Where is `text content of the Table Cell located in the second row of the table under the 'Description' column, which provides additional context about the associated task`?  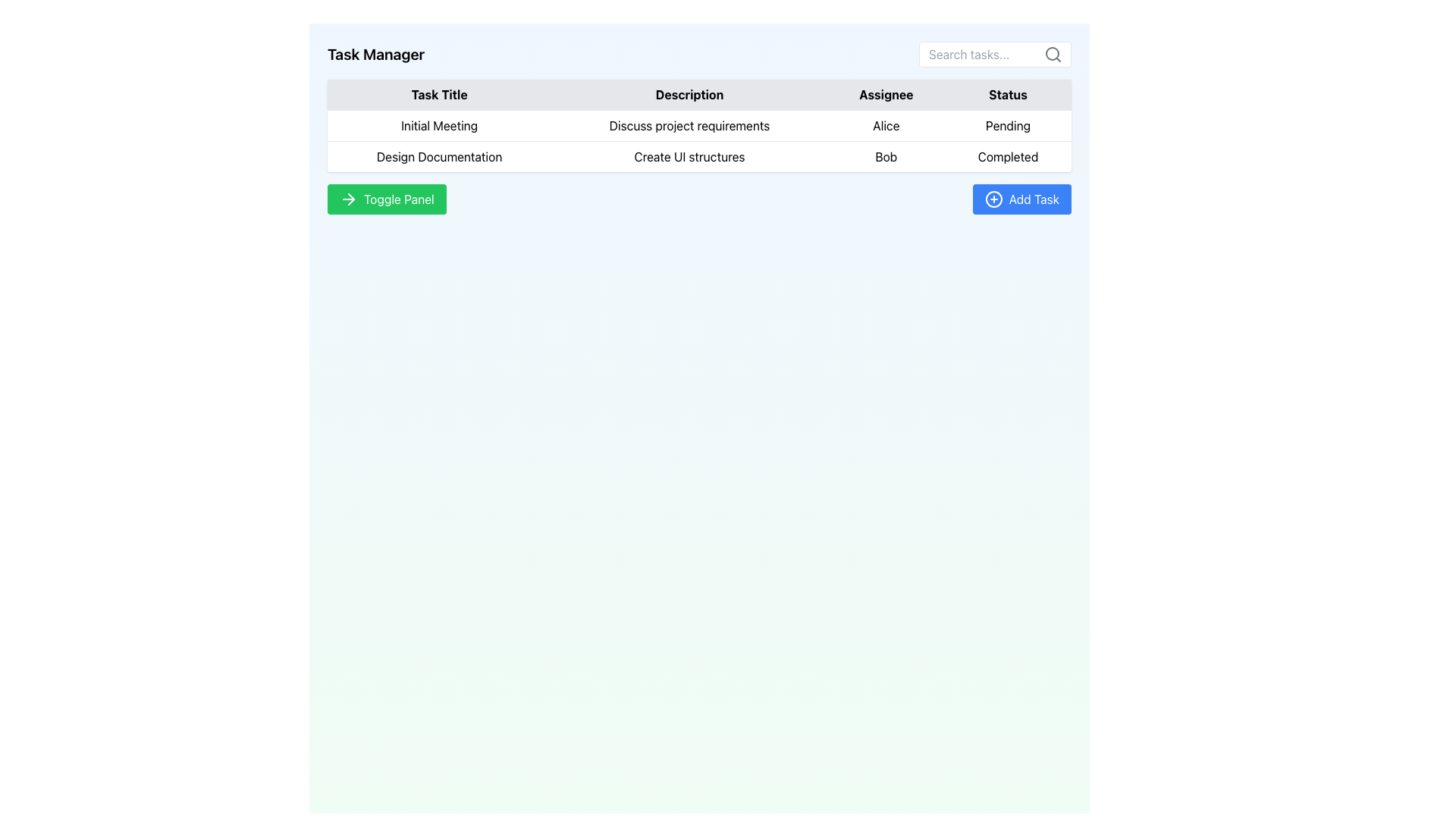
text content of the Table Cell located in the second row of the table under the 'Description' column, which provides additional context about the associated task is located at coordinates (689, 156).